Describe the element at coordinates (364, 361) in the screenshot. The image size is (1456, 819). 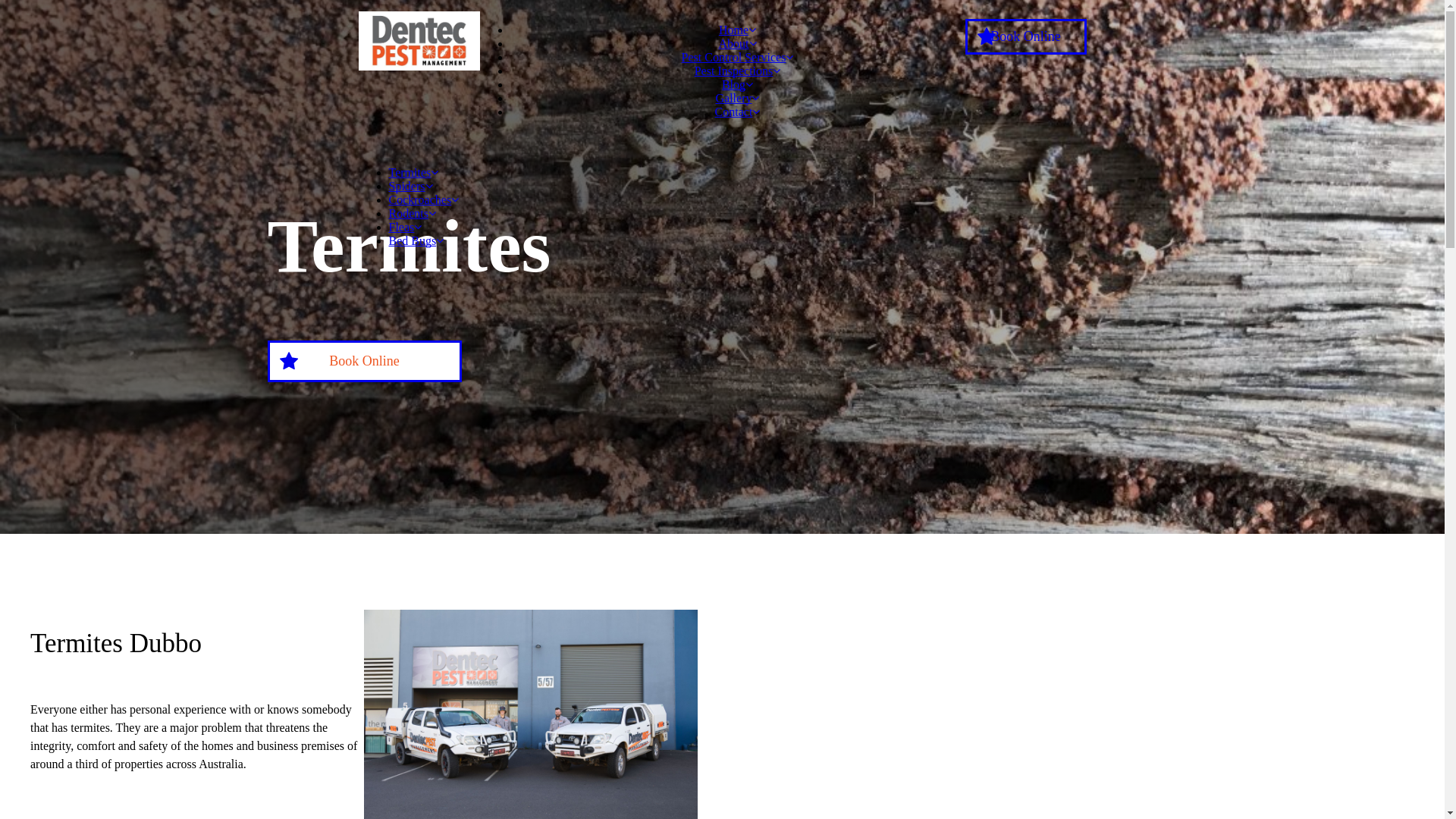
I see `'Book Online'` at that location.